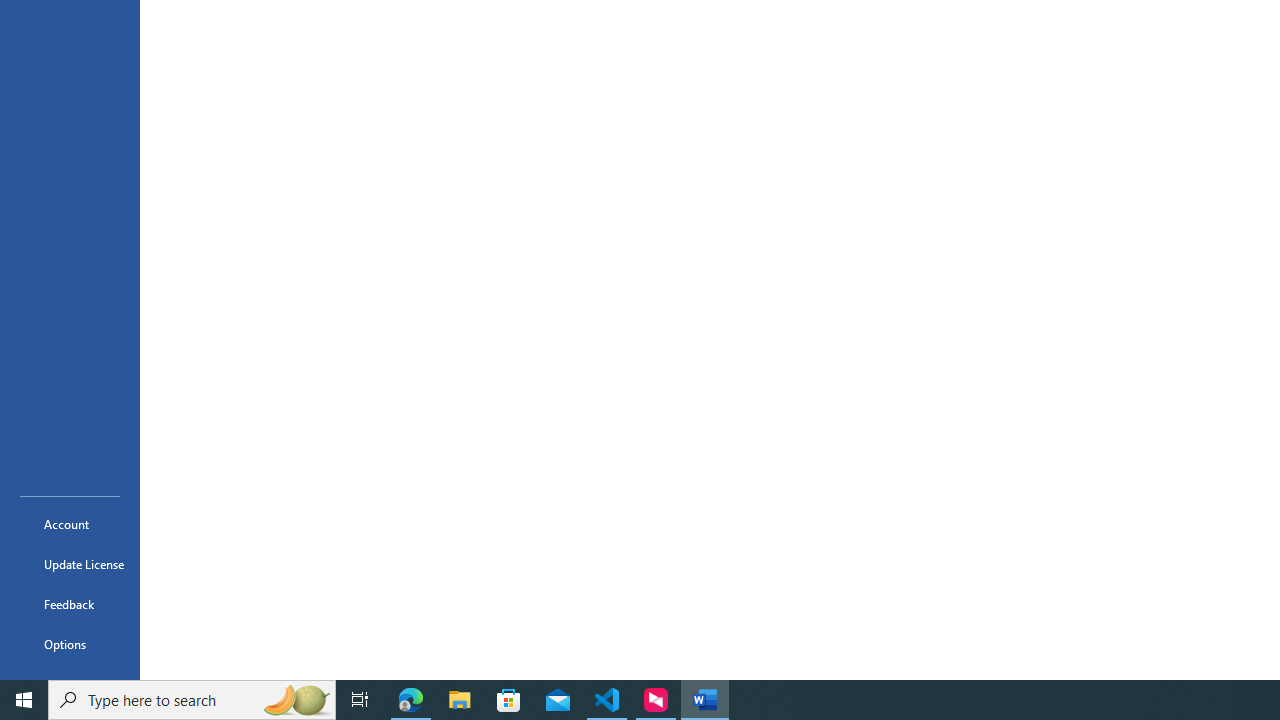  I want to click on 'Account', so click(69, 523).